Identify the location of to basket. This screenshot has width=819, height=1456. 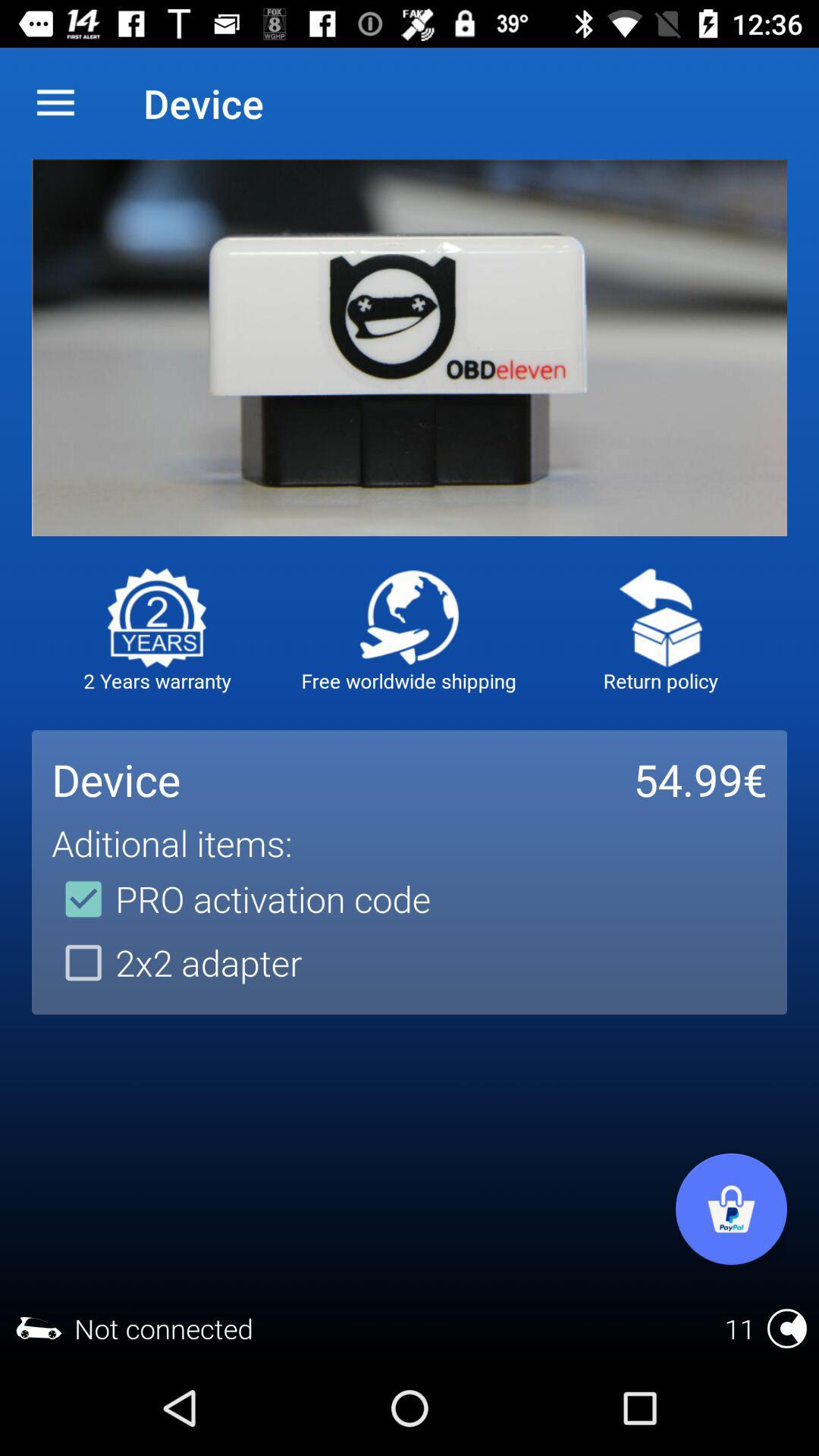
(730, 1208).